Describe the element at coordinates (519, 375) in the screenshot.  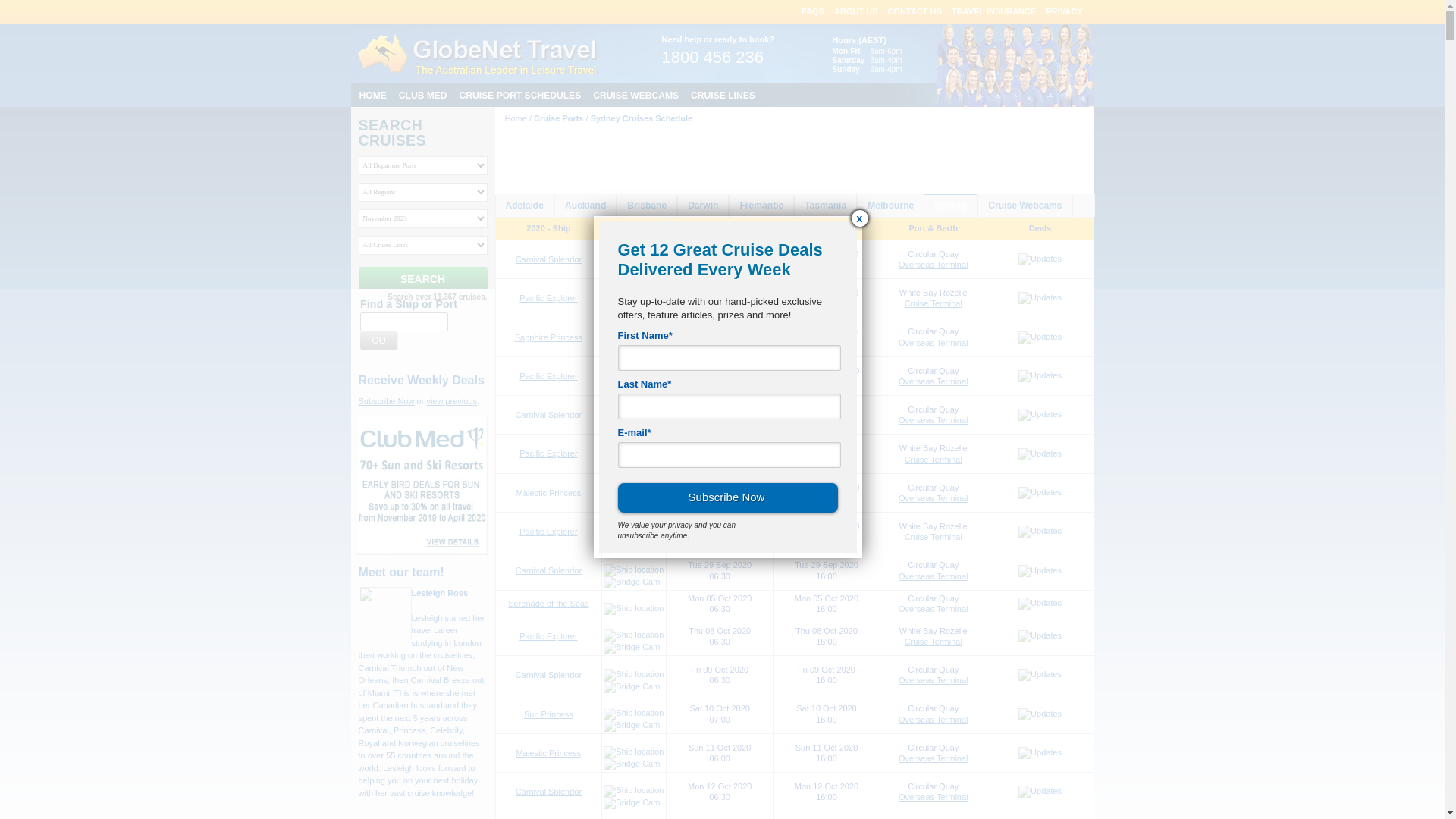
I see `'Pacific Explorer'` at that location.